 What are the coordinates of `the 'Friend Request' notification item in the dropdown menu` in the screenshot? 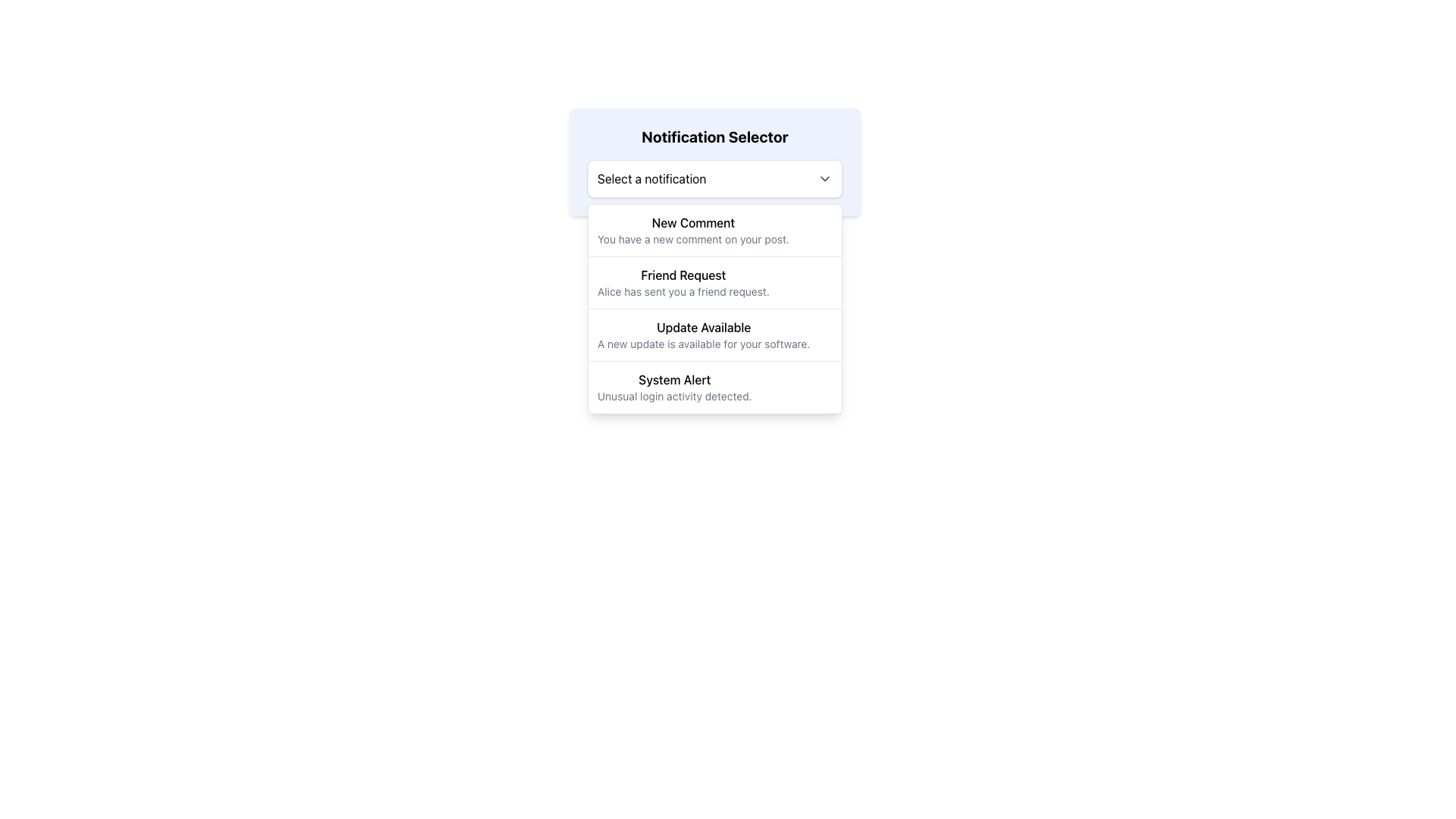 It's located at (682, 283).